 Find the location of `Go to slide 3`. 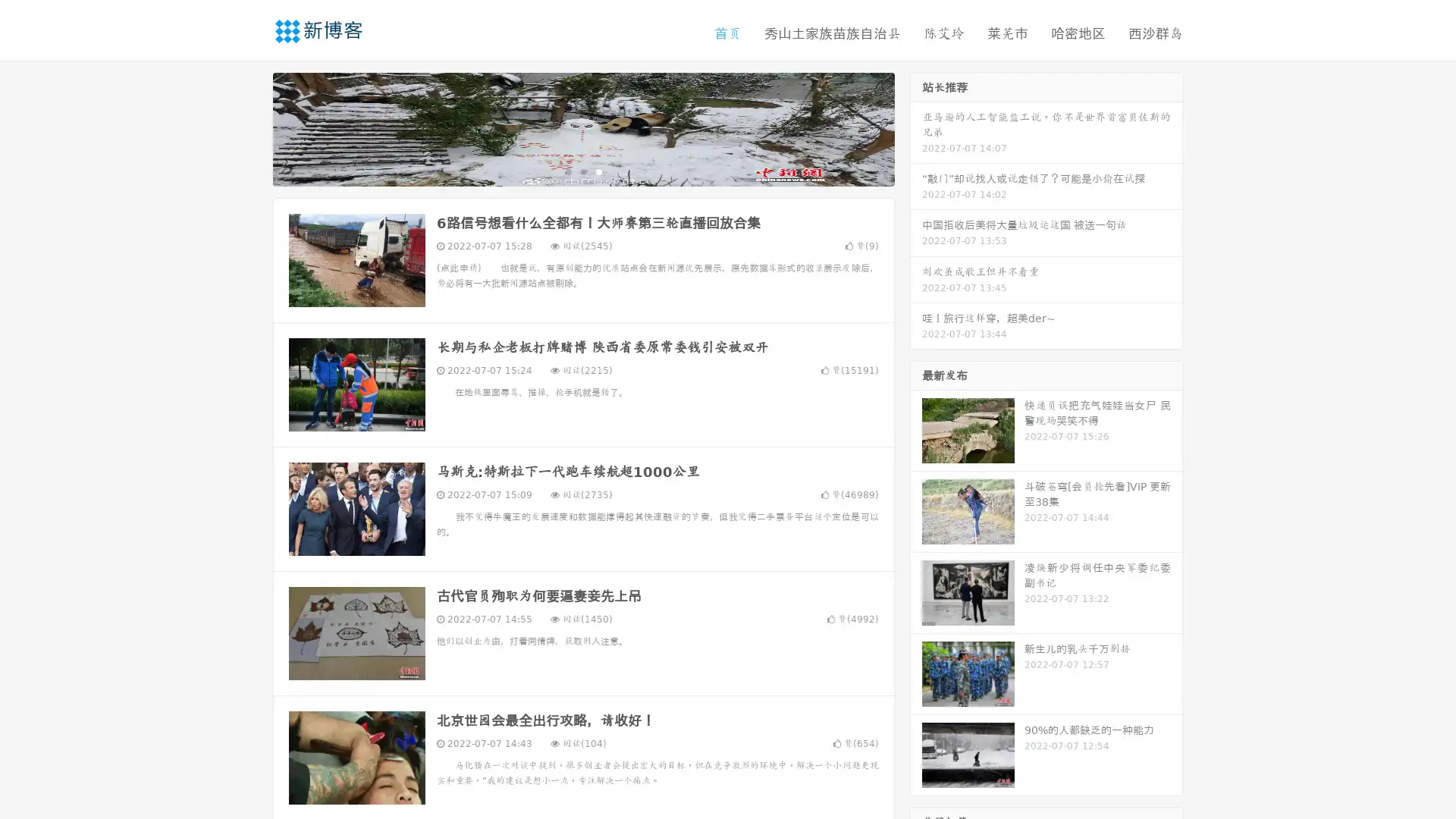

Go to slide 3 is located at coordinates (598, 171).